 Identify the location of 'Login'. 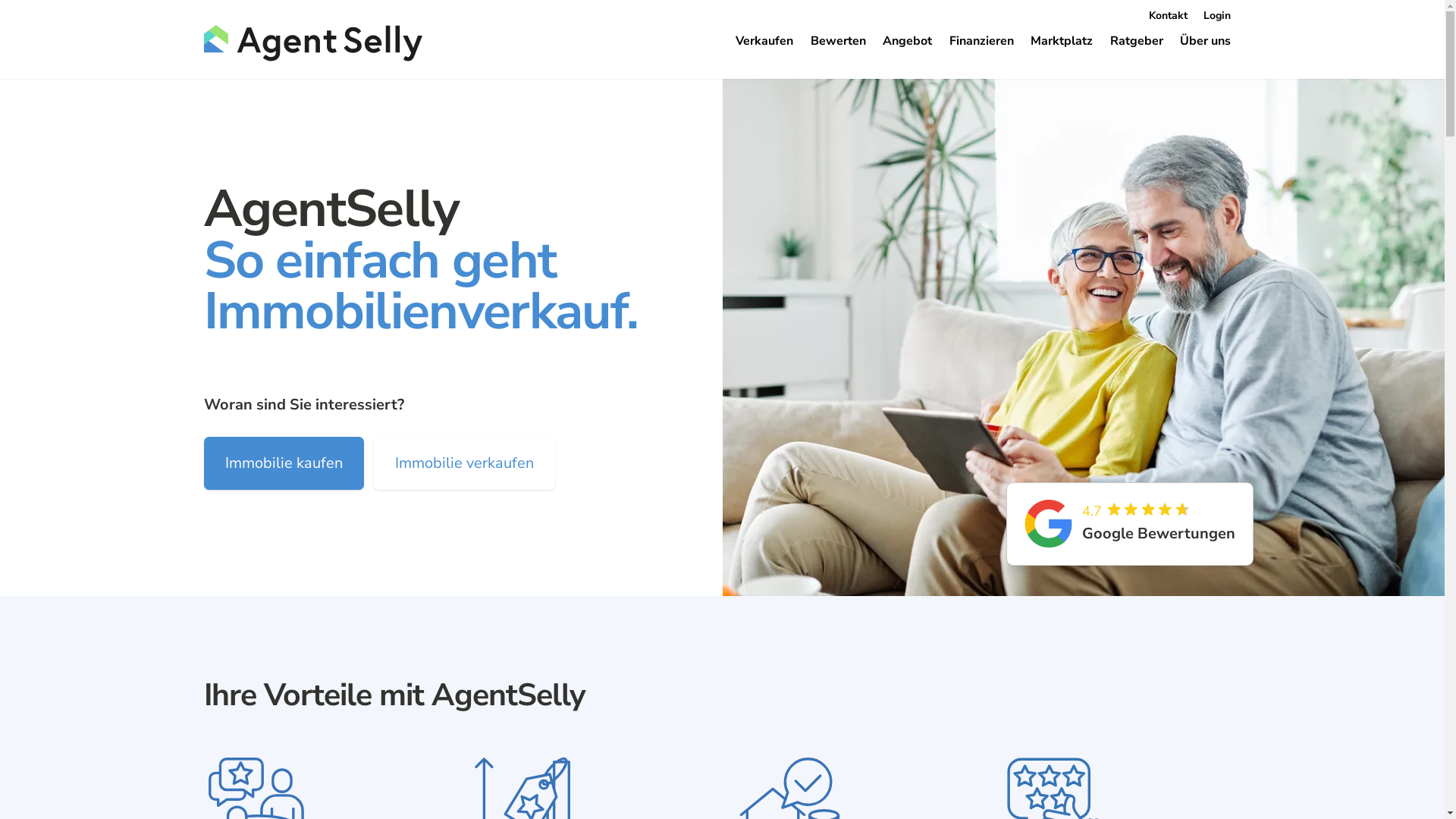
(1216, 14).